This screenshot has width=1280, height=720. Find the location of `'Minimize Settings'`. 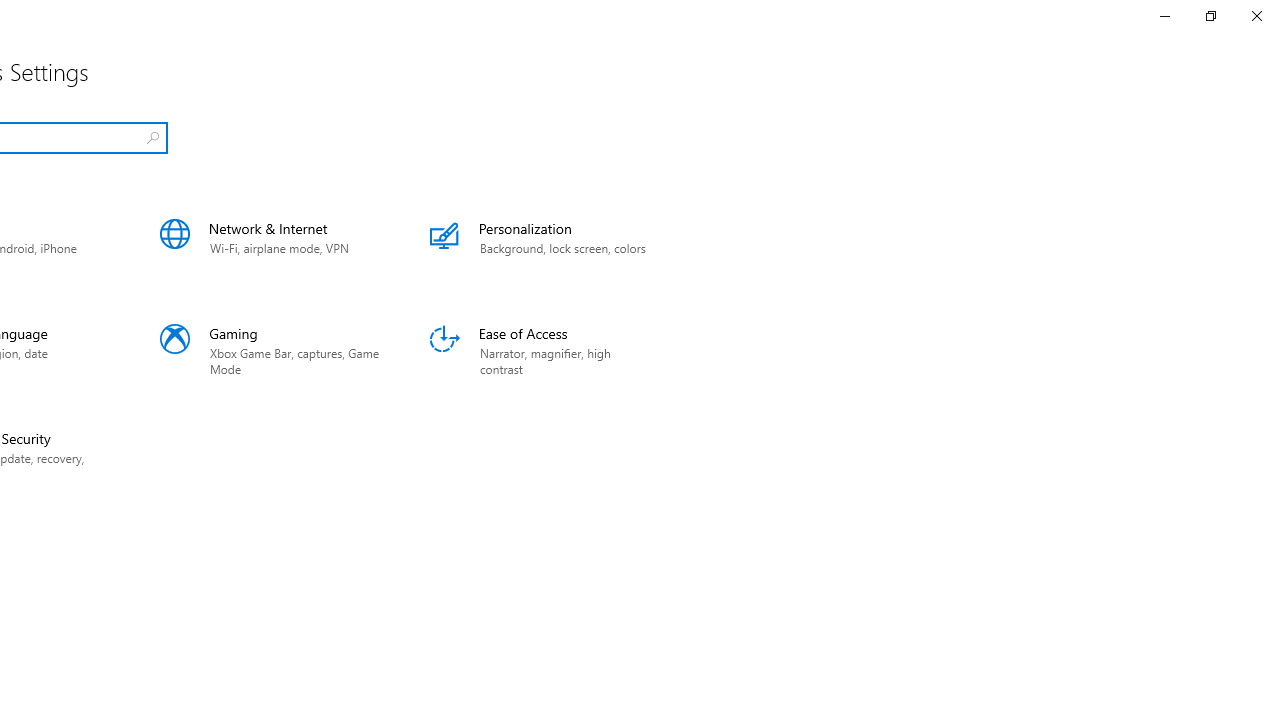

'Minimize Settings' is located at coordinates (1164, 15).